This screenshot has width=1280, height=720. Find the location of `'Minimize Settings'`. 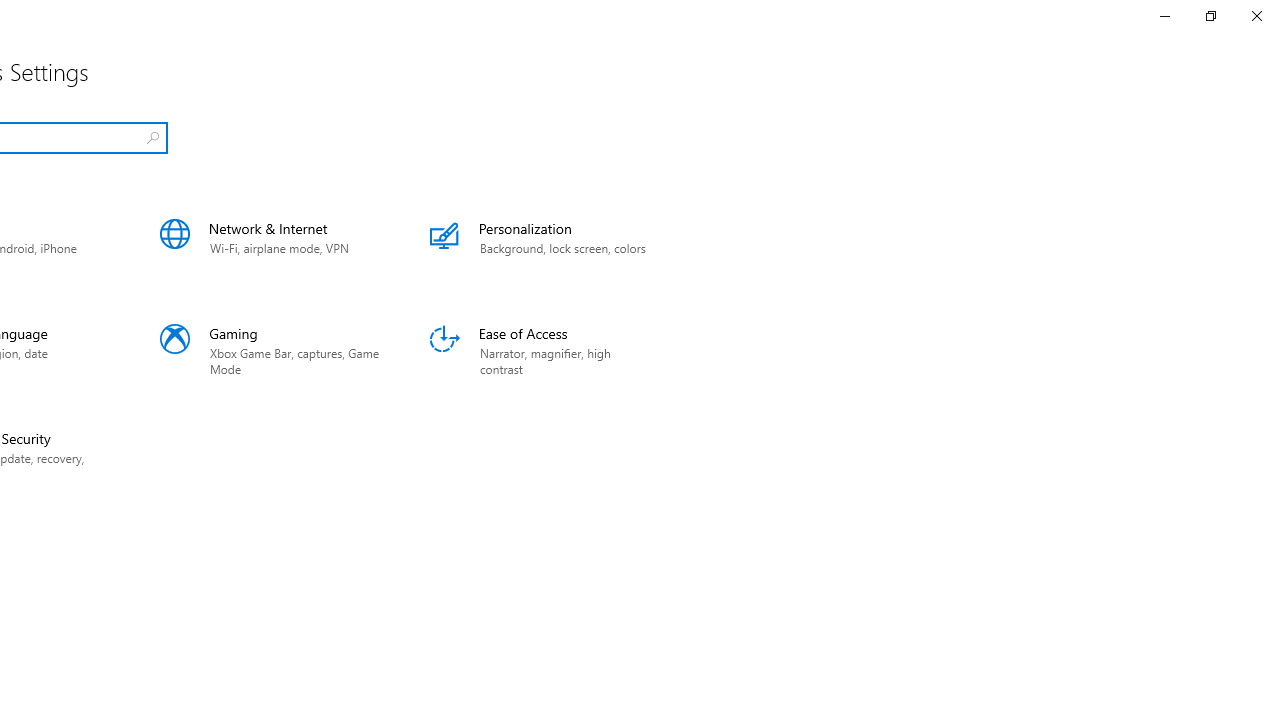

'Minimize Settings' is located at coordinates (1164, 15).